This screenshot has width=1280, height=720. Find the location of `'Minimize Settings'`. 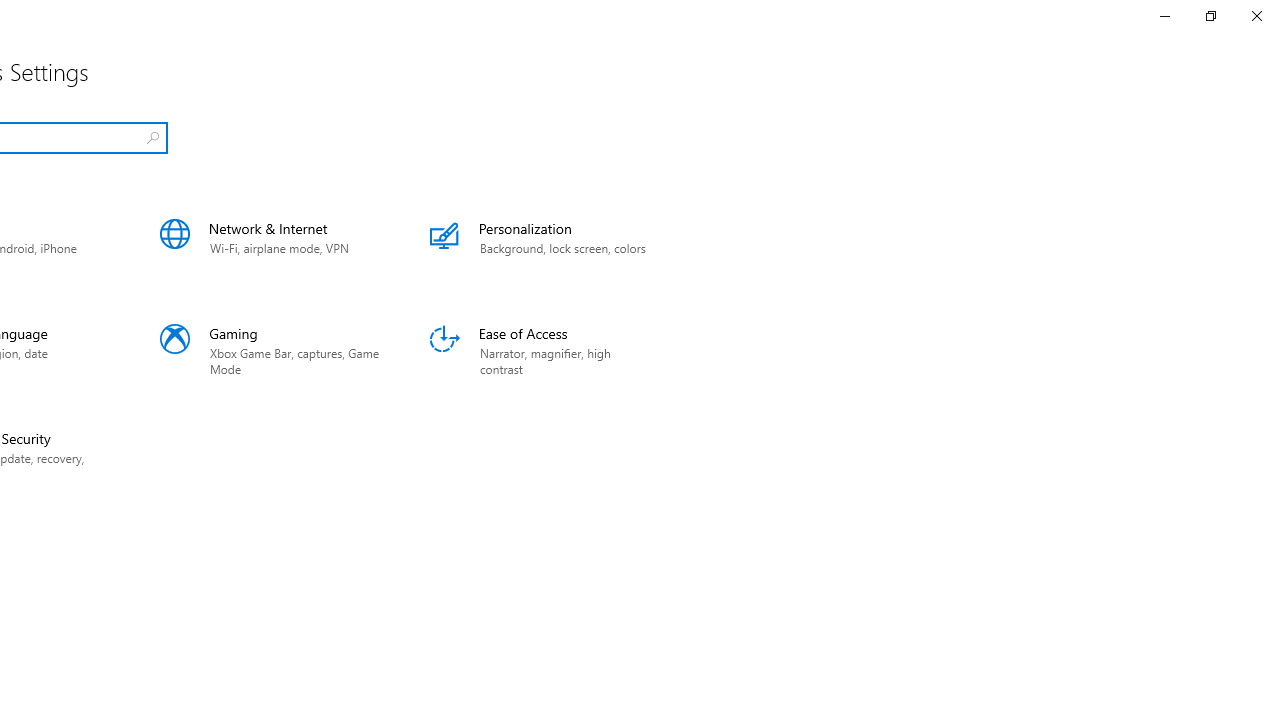

'Minimize Settings' is located at coordinates (1164, 15).